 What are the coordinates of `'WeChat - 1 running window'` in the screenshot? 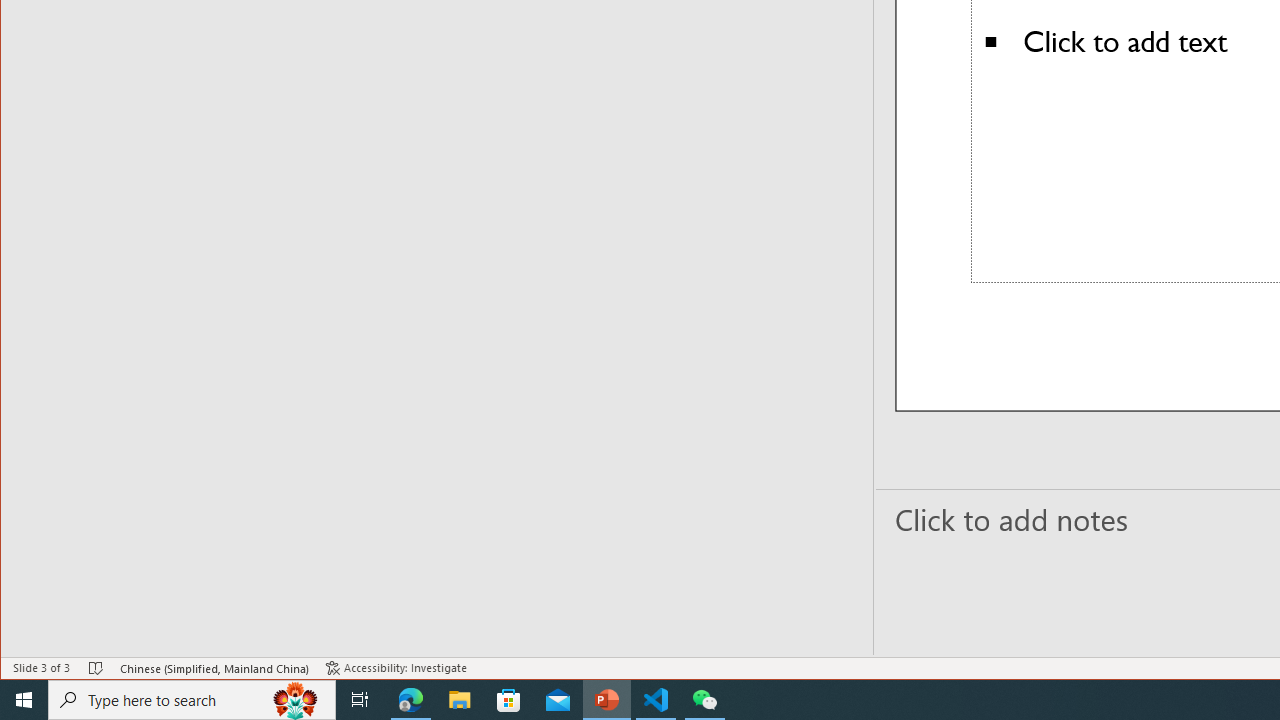 It's located at (705, 698).